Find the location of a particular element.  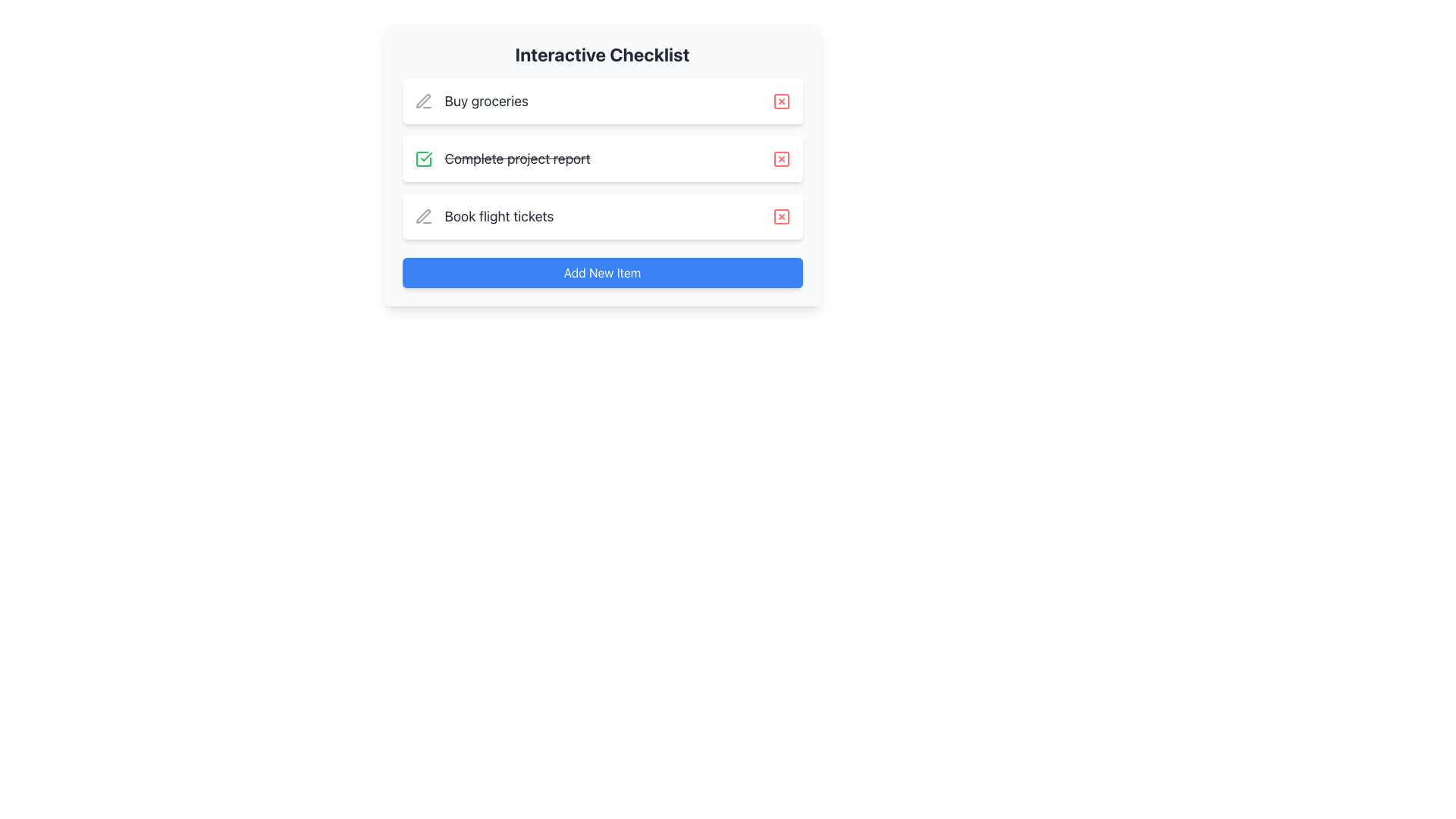

the checkbox is located at coordinates (423, 158).